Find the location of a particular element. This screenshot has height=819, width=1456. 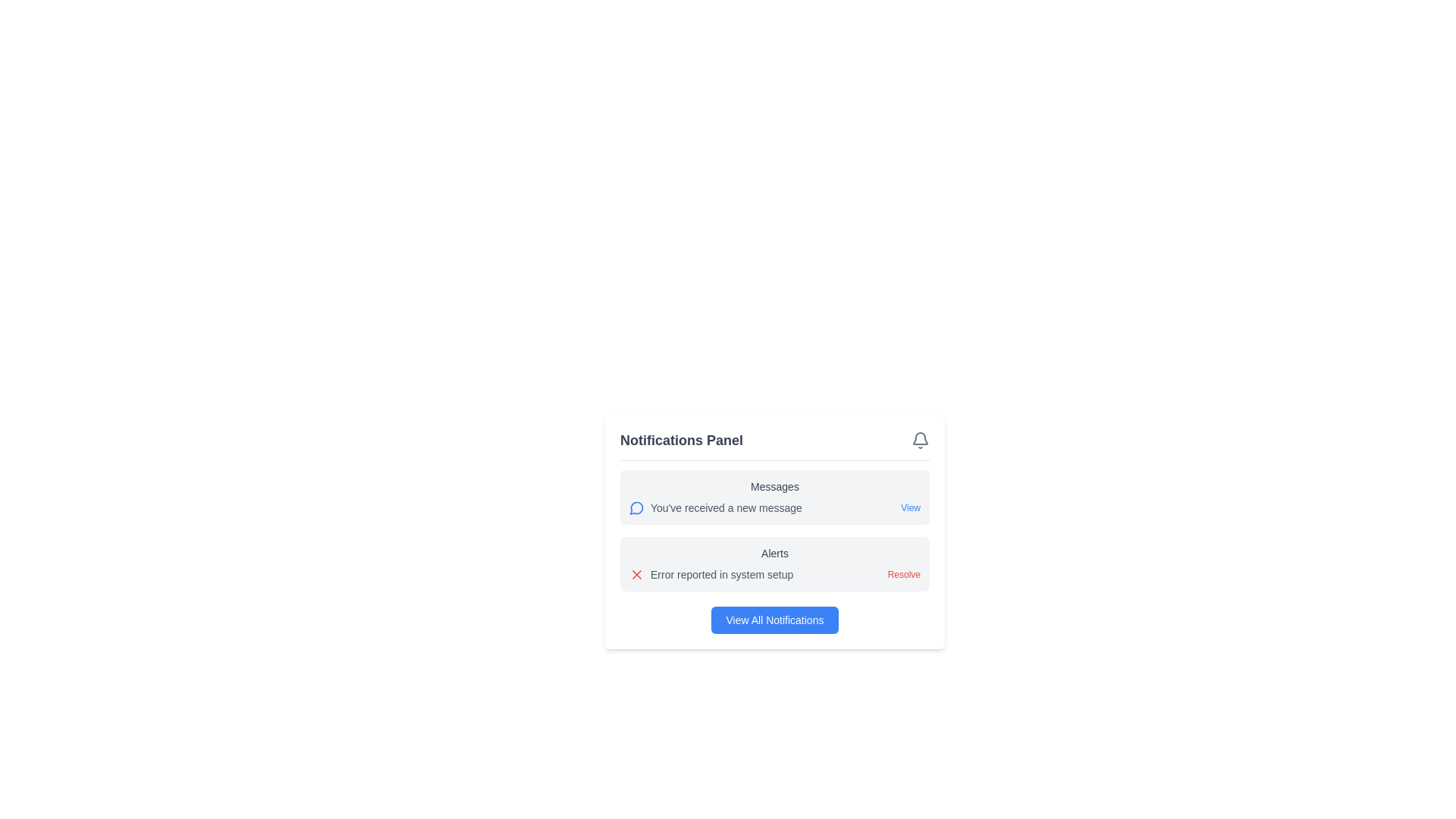

the button located at the center of the bottom section of the notification panel is located at coordinates (775, 620).